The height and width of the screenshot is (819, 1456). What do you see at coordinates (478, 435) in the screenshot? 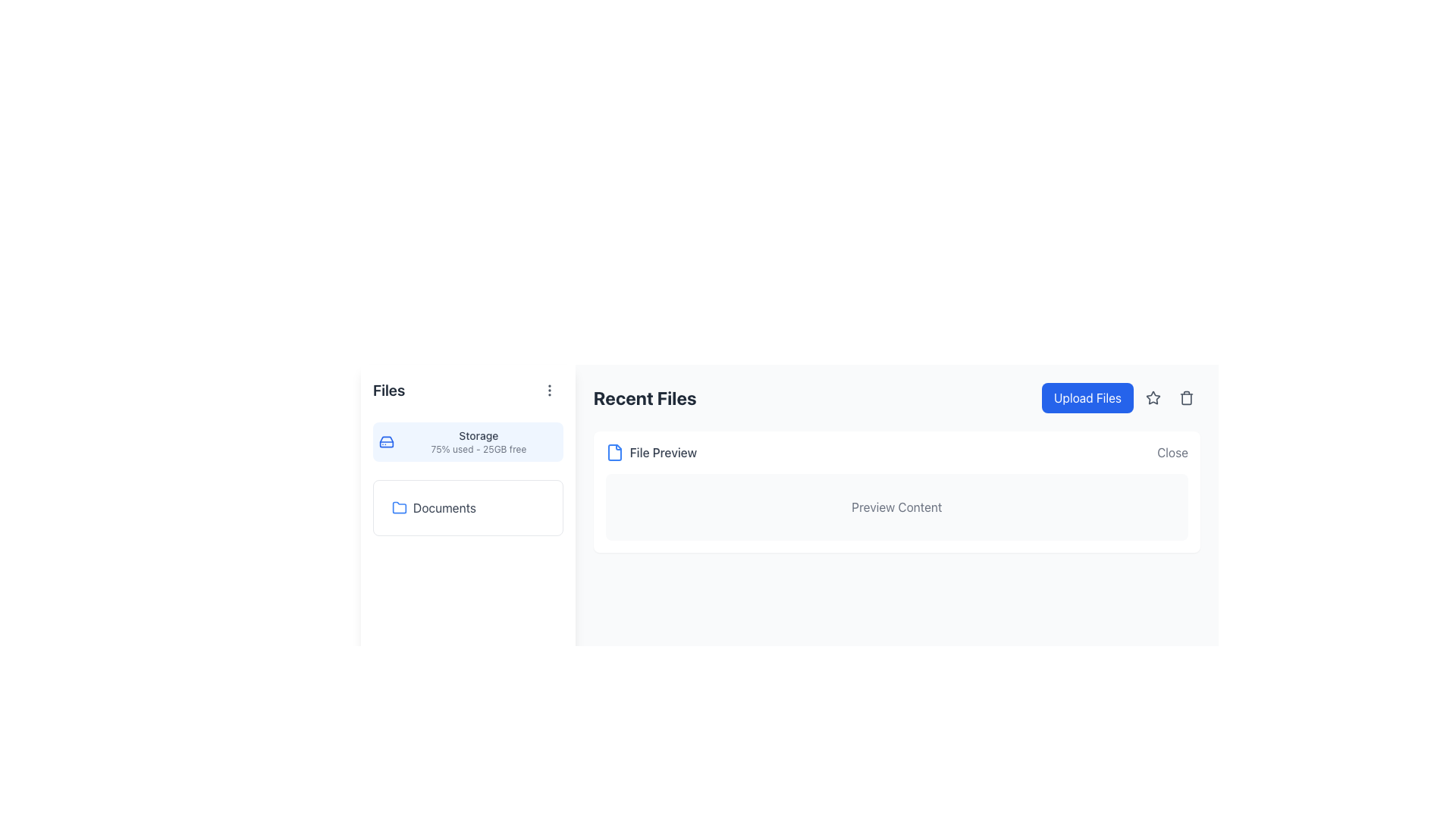
I see `the 'Storage' text label which is styled with a smaller, medium-weight gray font, located within the 'Files' panel above the text '75% used - 25GB free'` at bounding box center [478, 435].